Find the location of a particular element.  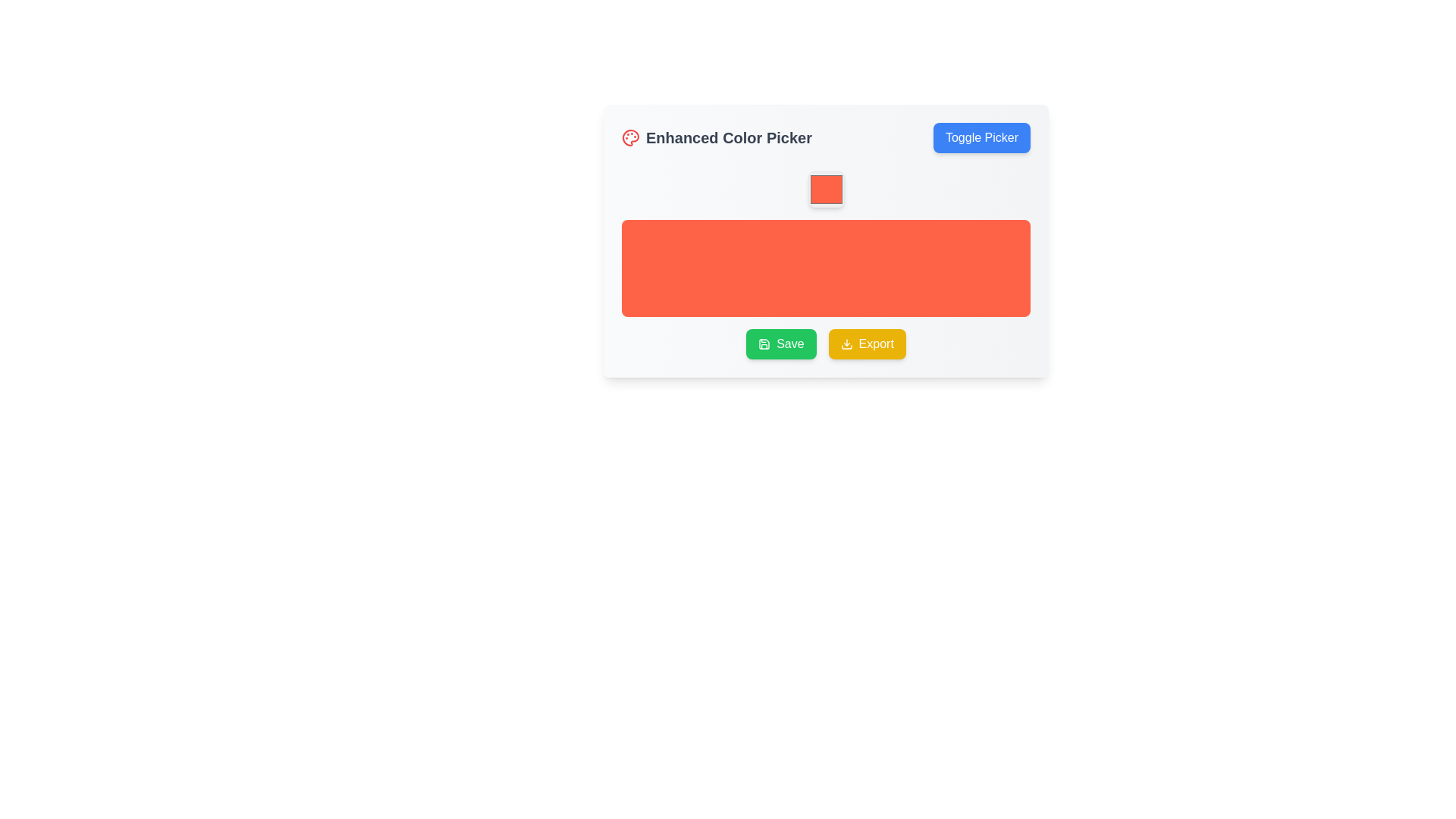

the 'Save' button located at the bottom-center of the interface is located at coordinates (781, 344).